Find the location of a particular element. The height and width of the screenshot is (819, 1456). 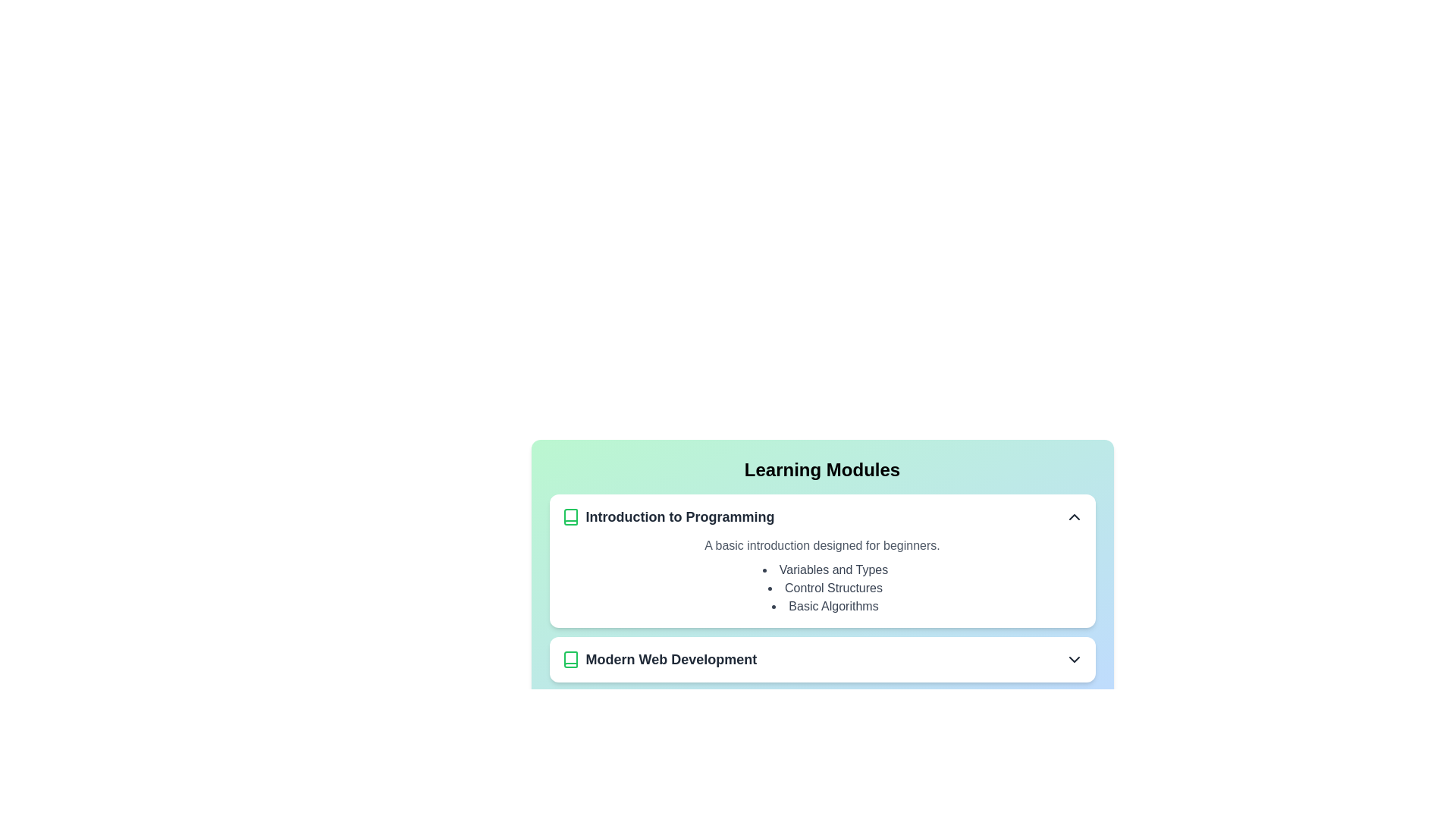

bulleted list located in the 'Introduction to Programming' section under the 'Learning Modules' heading, situated between a short description and the next section divider is located at coordinates (821, 587).